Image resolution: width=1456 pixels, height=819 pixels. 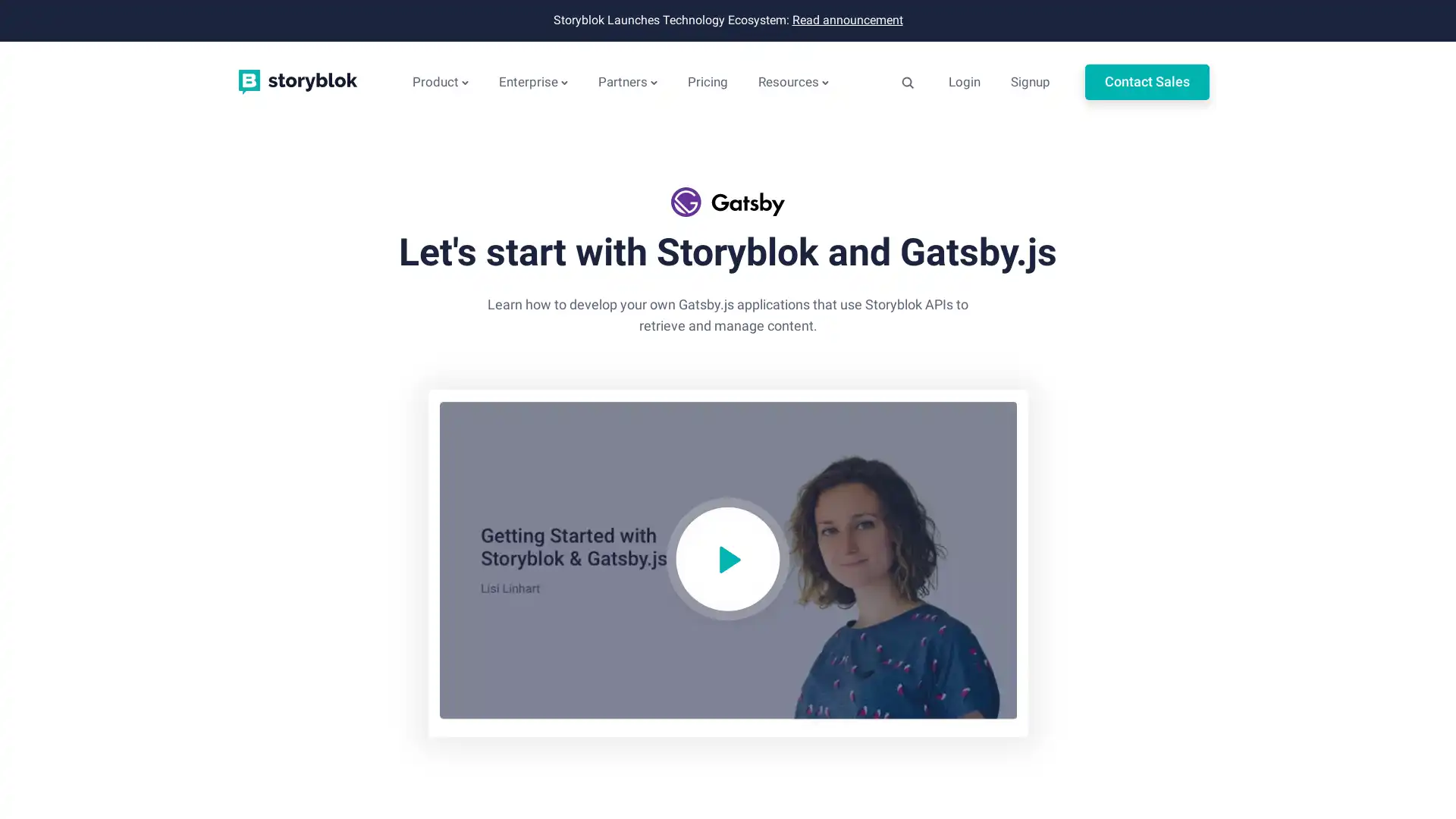 I want to click on Click to load and start video, so click(x=726, y=563).